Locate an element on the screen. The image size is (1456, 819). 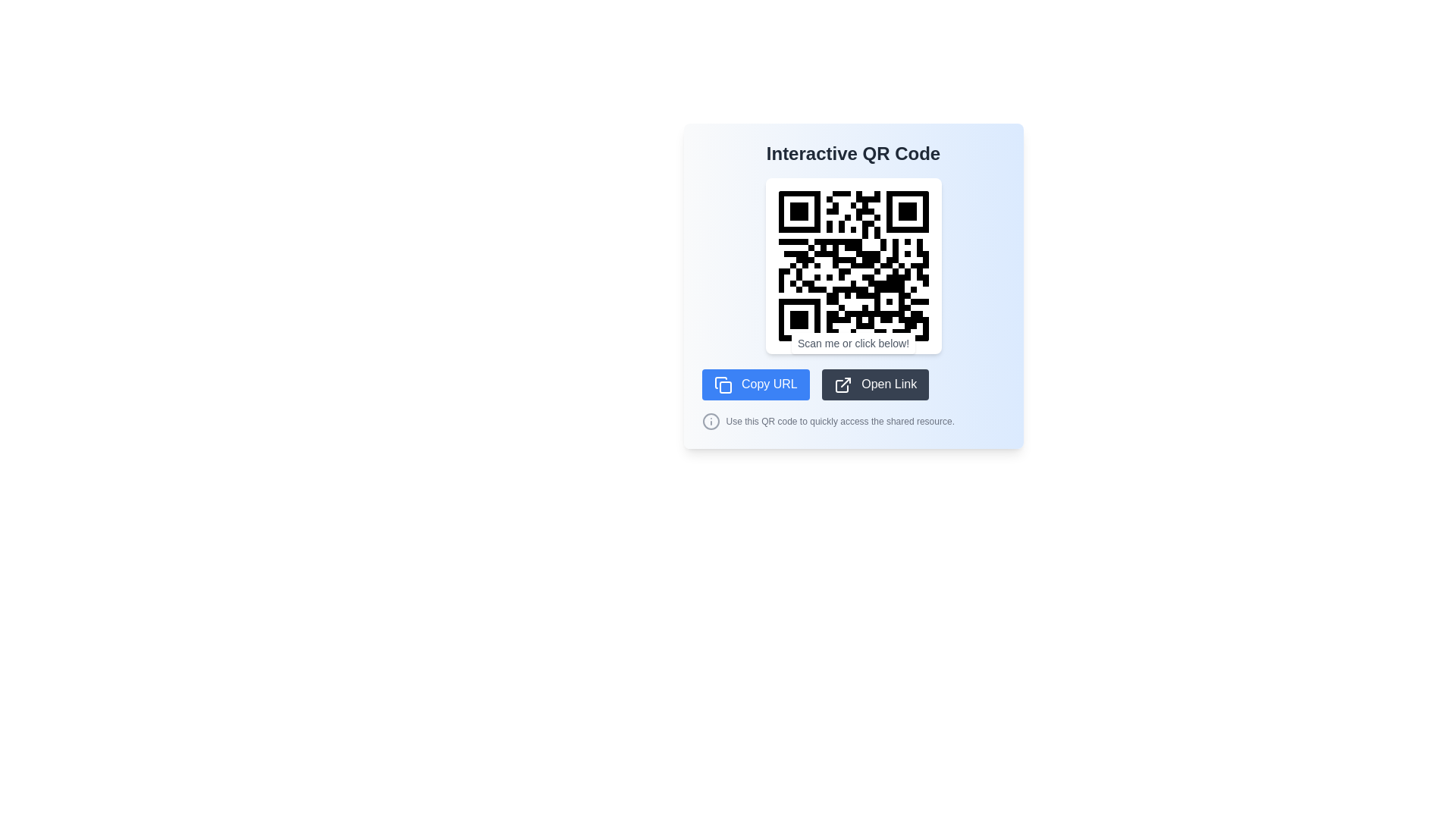
the informational label that reads 'Use this QR code to quickly access the shared resource.' located below the 'Copy URL' and 'Open Link' buttons is located at coordinates (853, 421).